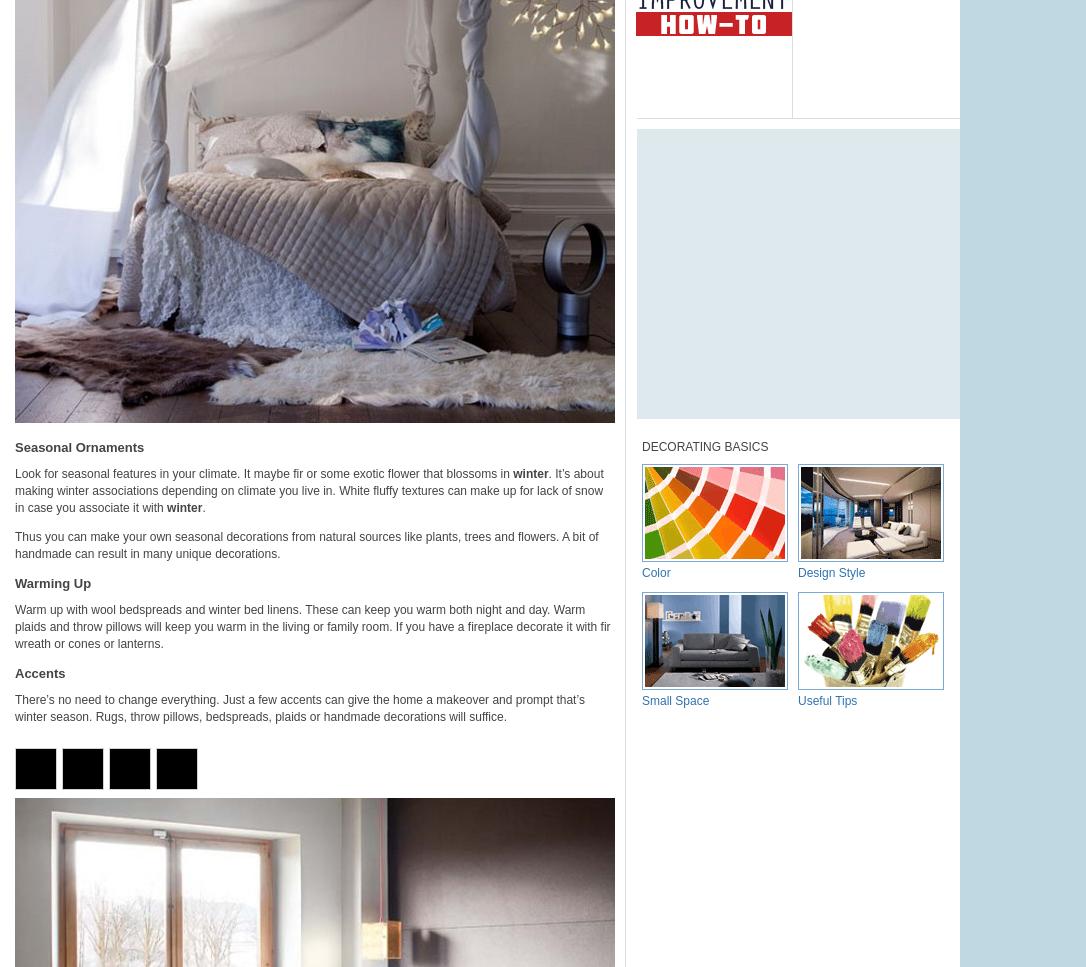 This screenshot has height=967, width=1086. I want to click on 'Warm up with wool bedspreads and winter bed linens. These can keep you warm both night and day. Warm plaids and throw pillows will keep you warm in the living or family room. If you have a fireplace decorate it with fir wreath or cones or lanterns.', so click(311, 627).